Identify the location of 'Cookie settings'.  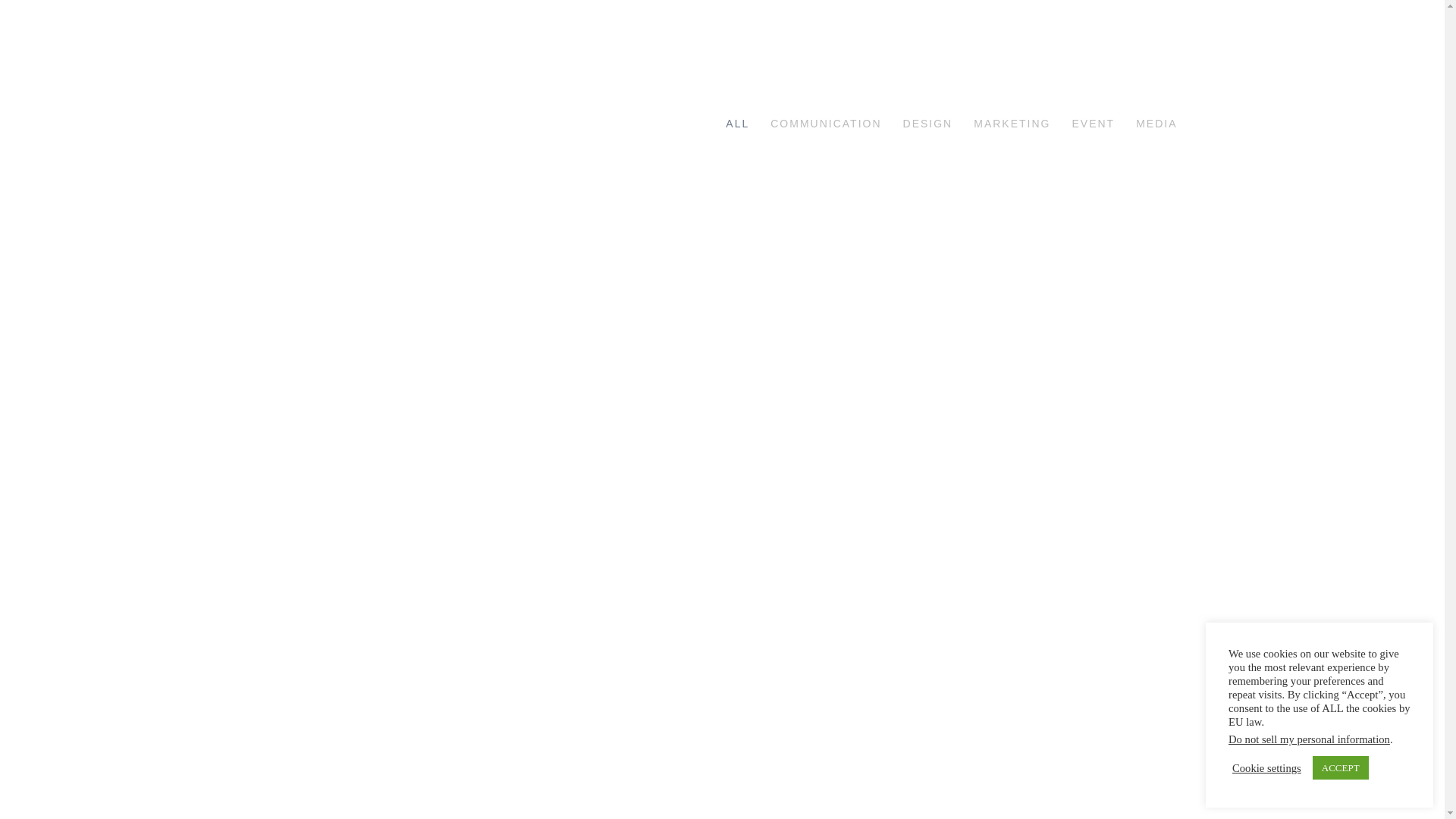
(1232, 768).